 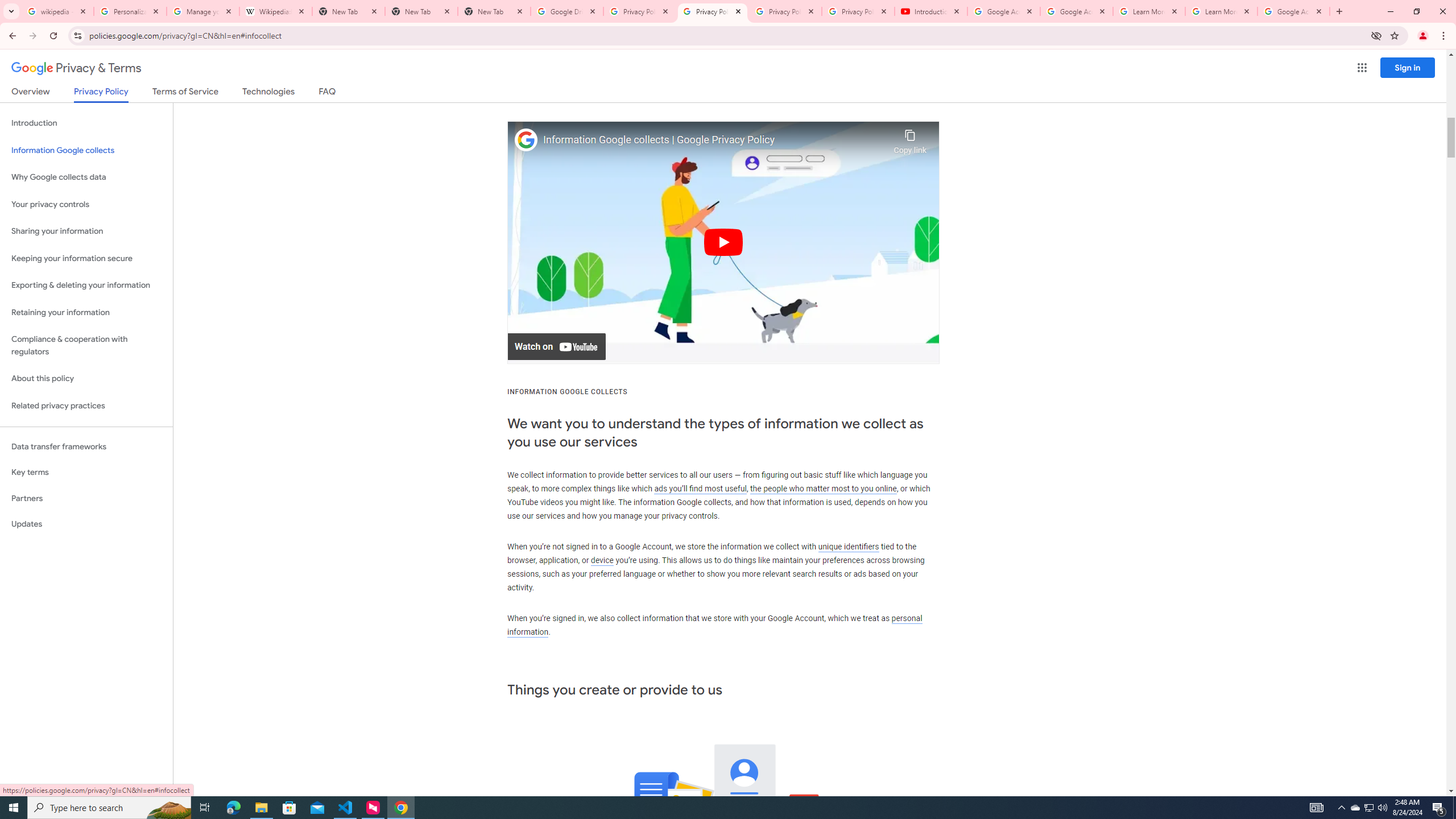 What do you see at coordinates (556, 346) in the screenshot?
I see `'Watch on YouTube'` at bounding box center [556, 346].